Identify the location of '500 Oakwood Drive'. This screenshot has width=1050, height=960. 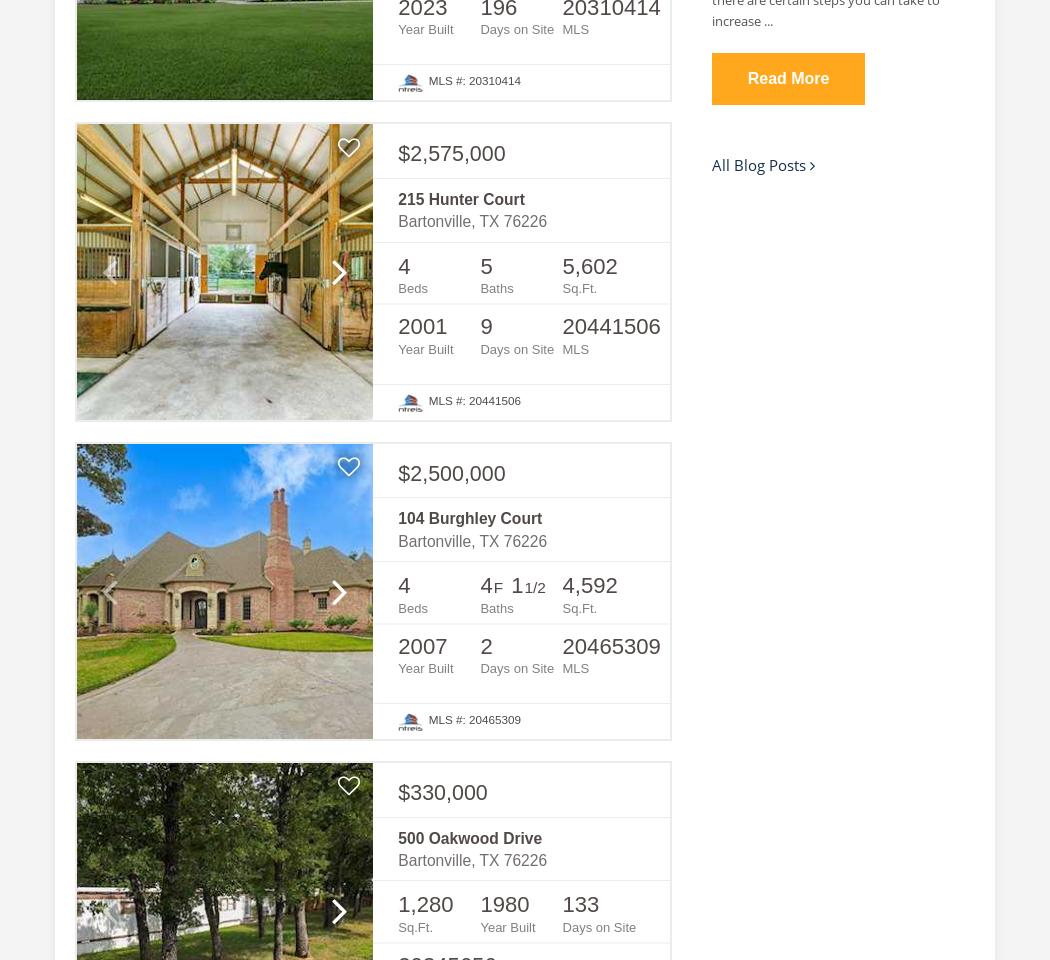
(397, 837).